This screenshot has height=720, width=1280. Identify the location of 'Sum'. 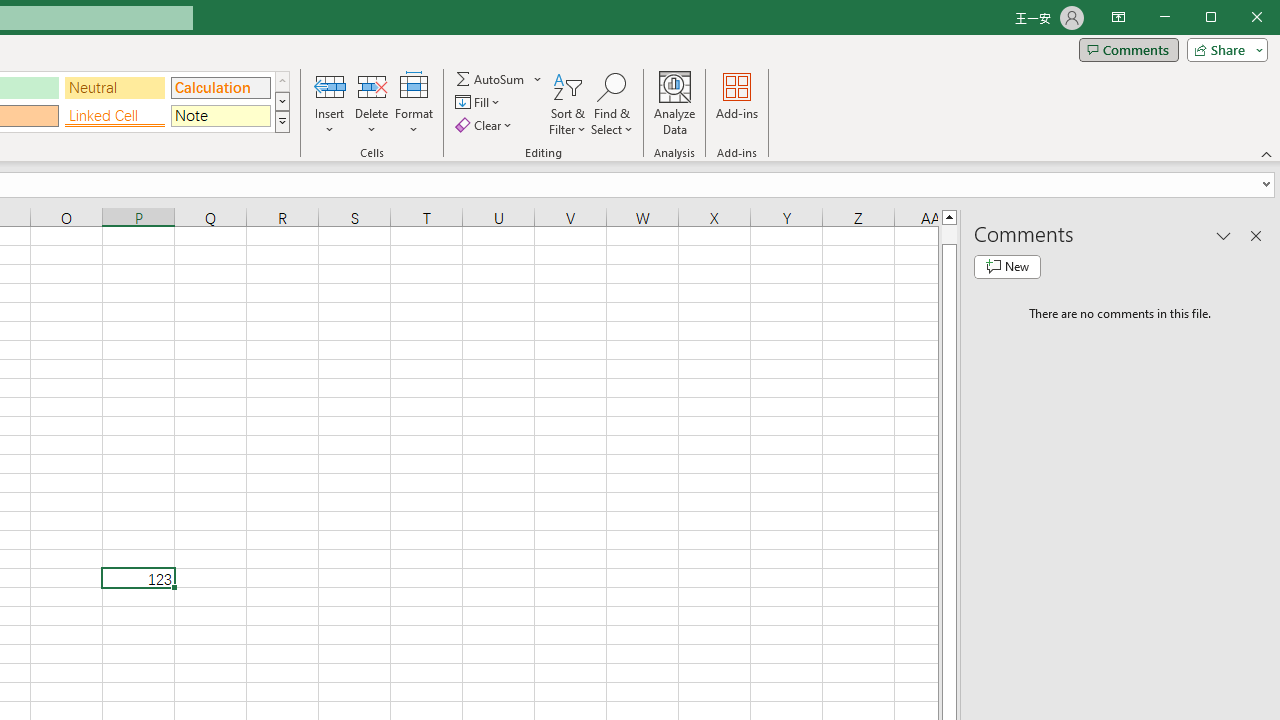
(491, 78).